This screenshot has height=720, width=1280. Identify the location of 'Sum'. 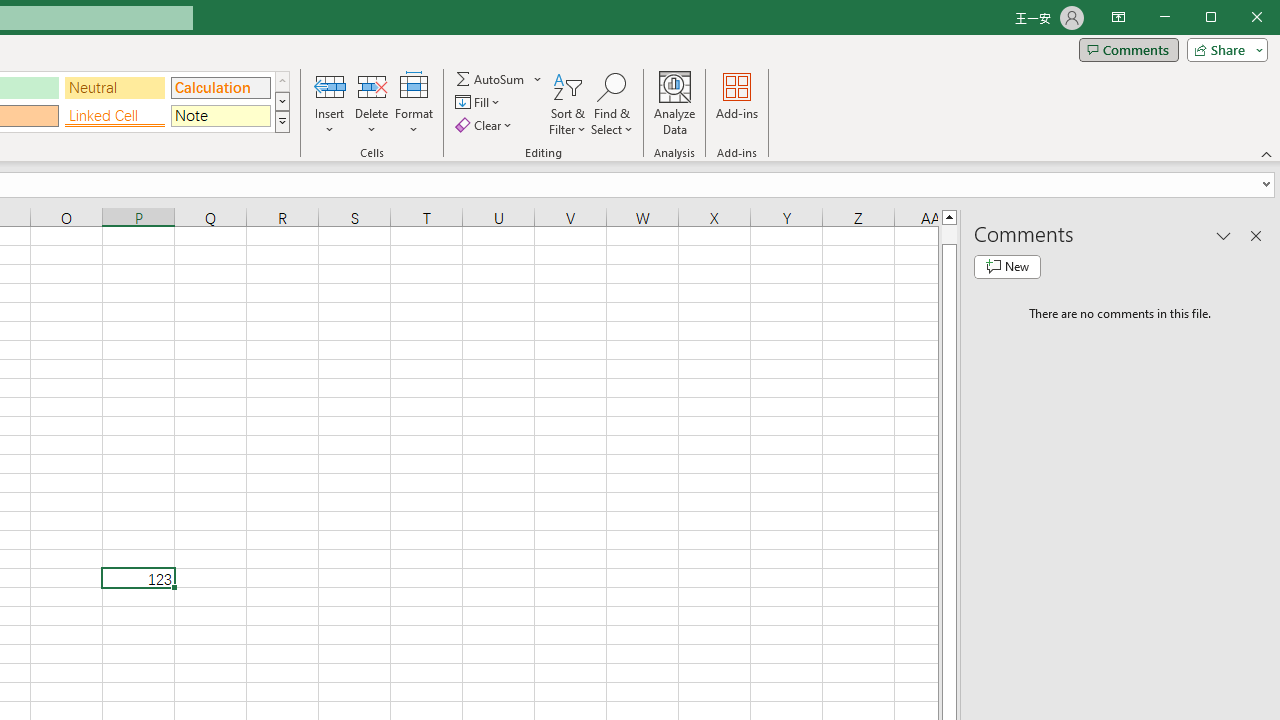
(491, 78).